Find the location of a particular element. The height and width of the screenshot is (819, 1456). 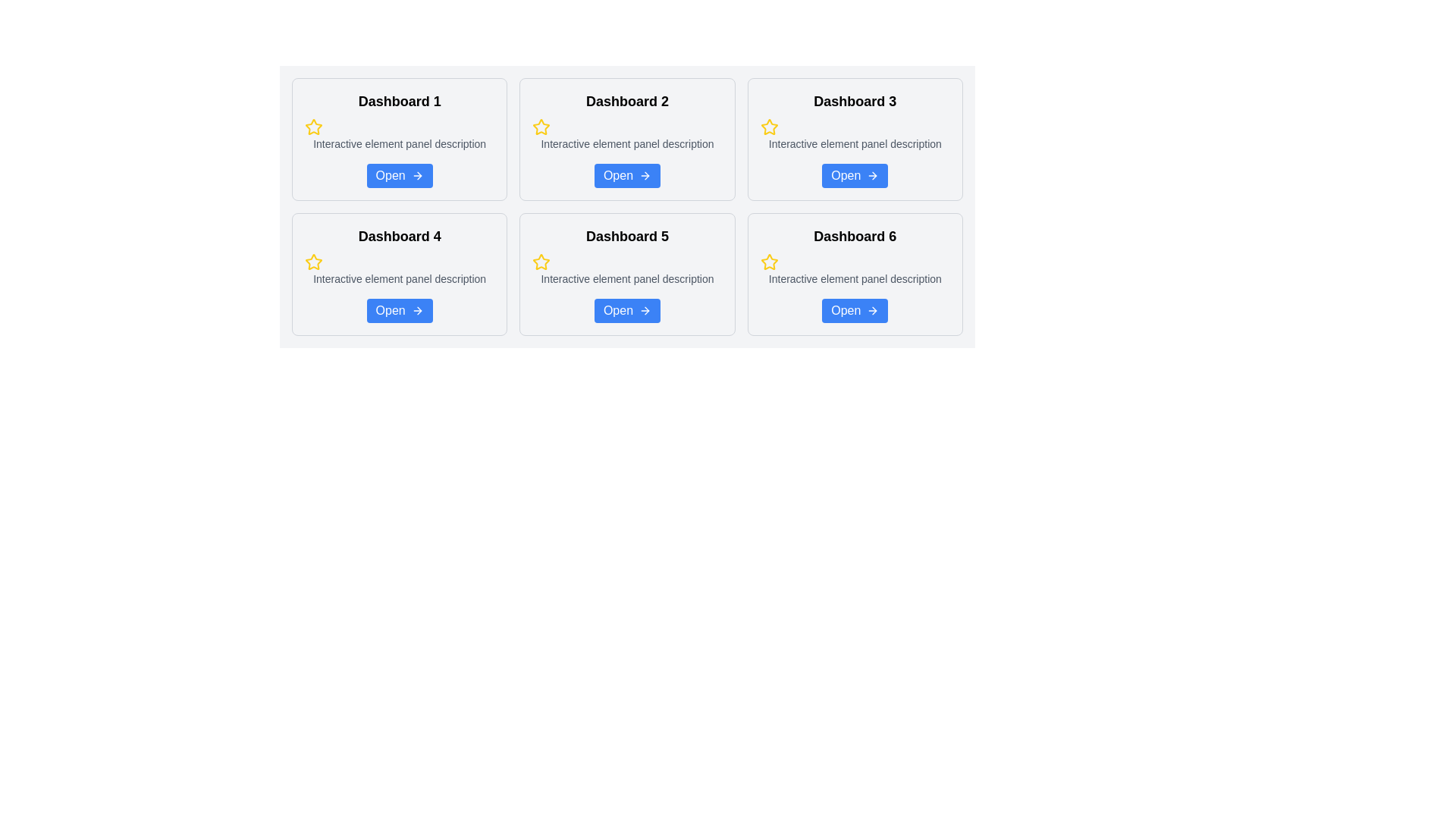

the blue 'Open' button with rounded edges located in the bottom section of the 'Dashboard 2' card is located at coordinates (627, 174).